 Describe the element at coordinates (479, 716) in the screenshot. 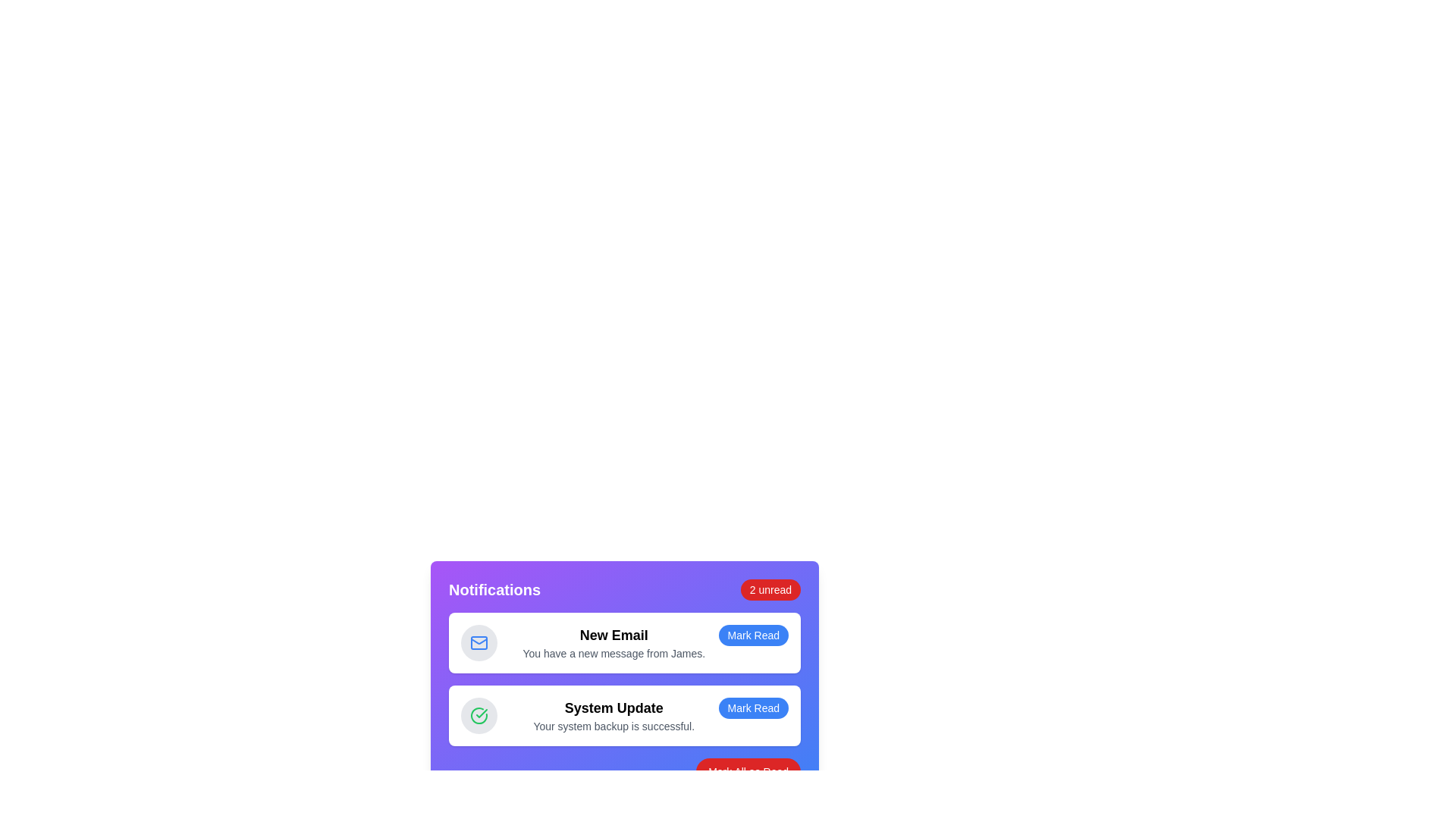

I see `the green circular icon with a checkmark indicating a success status, which is part of the 'System Update' notification in a purple-themed card` at that location.